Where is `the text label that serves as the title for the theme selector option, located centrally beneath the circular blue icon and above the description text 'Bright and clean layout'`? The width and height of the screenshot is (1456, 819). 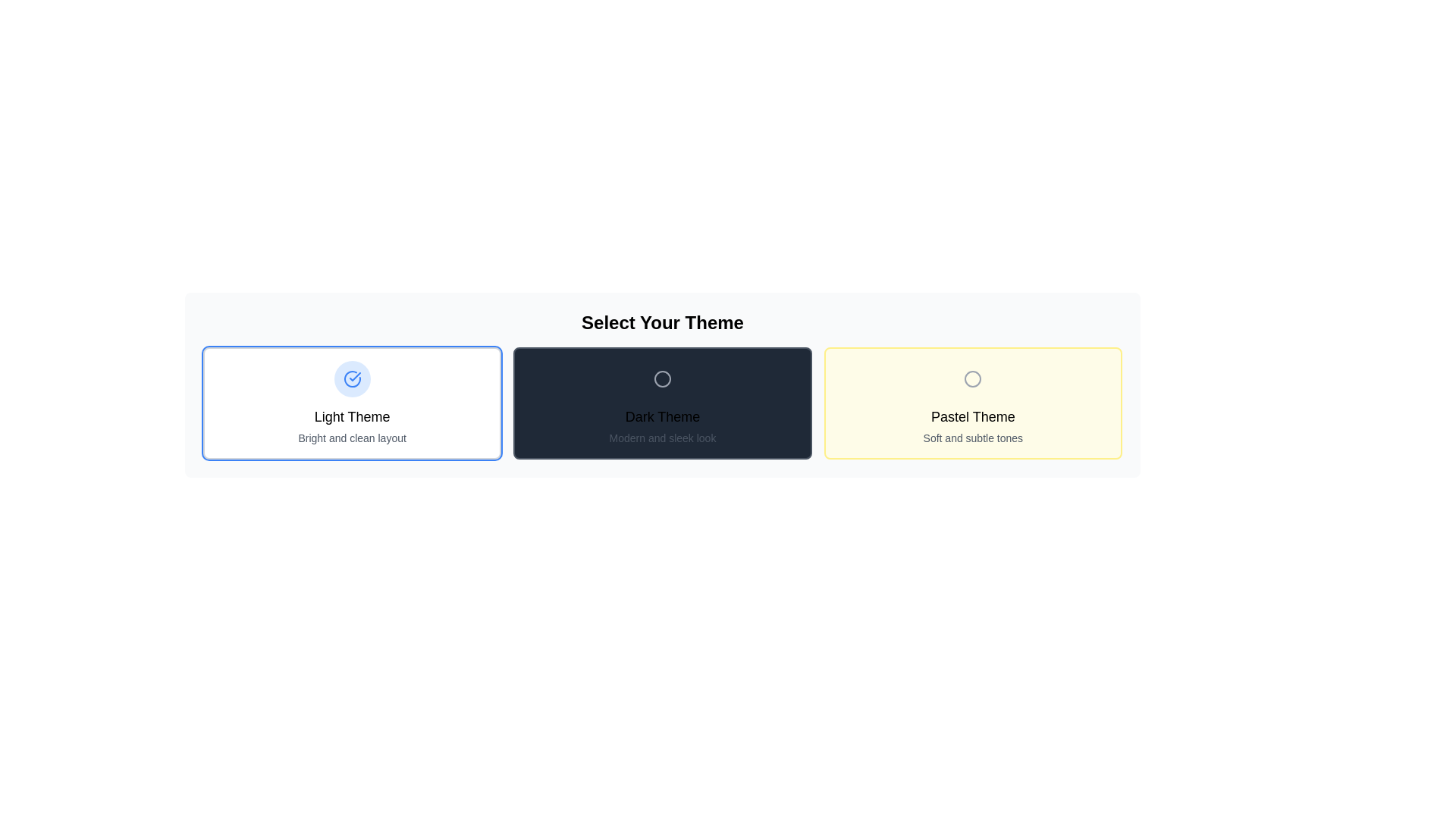
the text label that serves as the title for the theme selector option, located centrally beneath the circular blue icon and above the description text 'Bright and clean layout' is located at coordinates (351, 417).